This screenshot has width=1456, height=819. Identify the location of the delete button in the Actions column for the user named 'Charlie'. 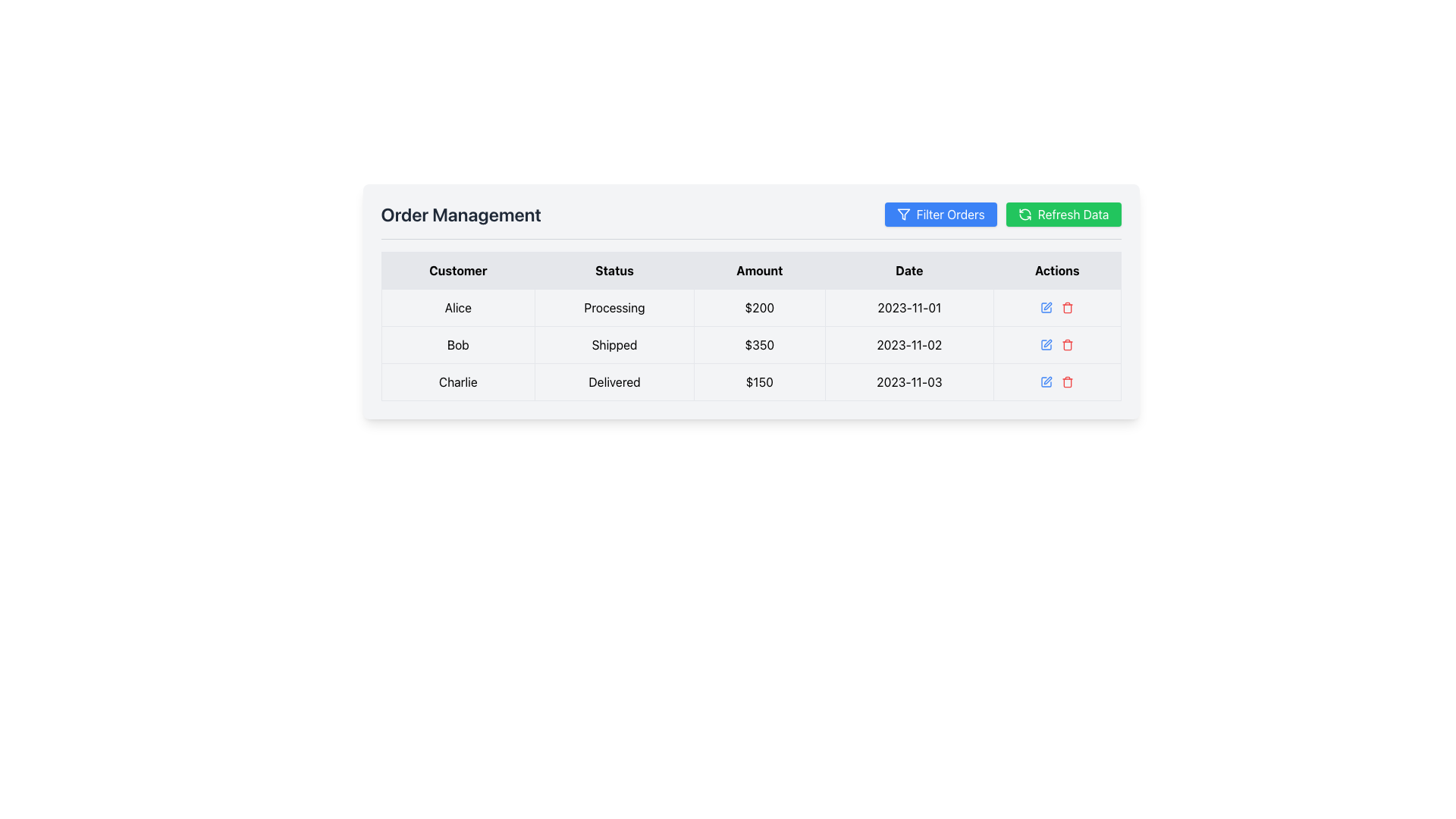
(1067, 381).